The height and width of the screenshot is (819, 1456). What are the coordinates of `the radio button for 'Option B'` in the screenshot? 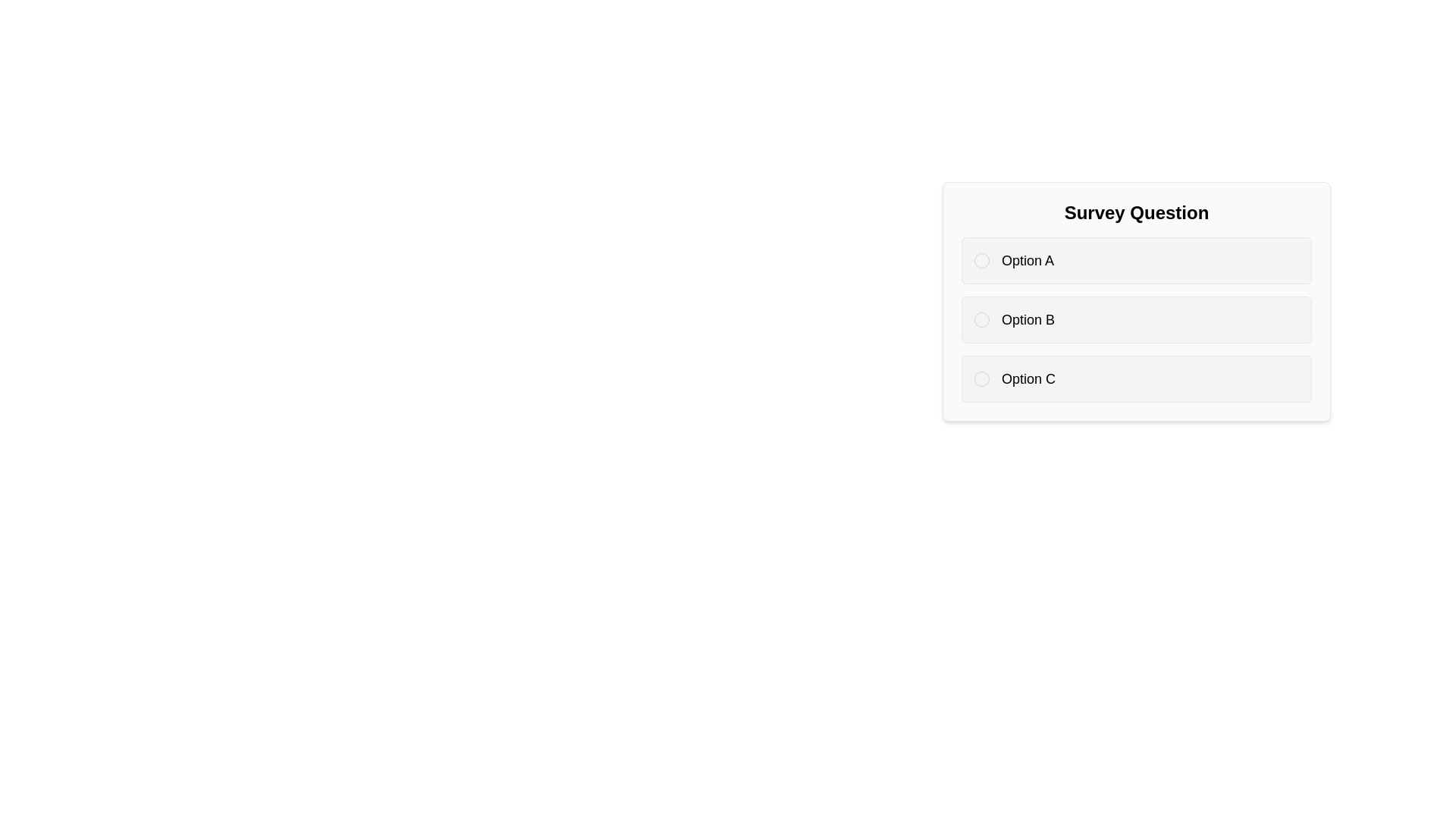 It's located at (982, 318).